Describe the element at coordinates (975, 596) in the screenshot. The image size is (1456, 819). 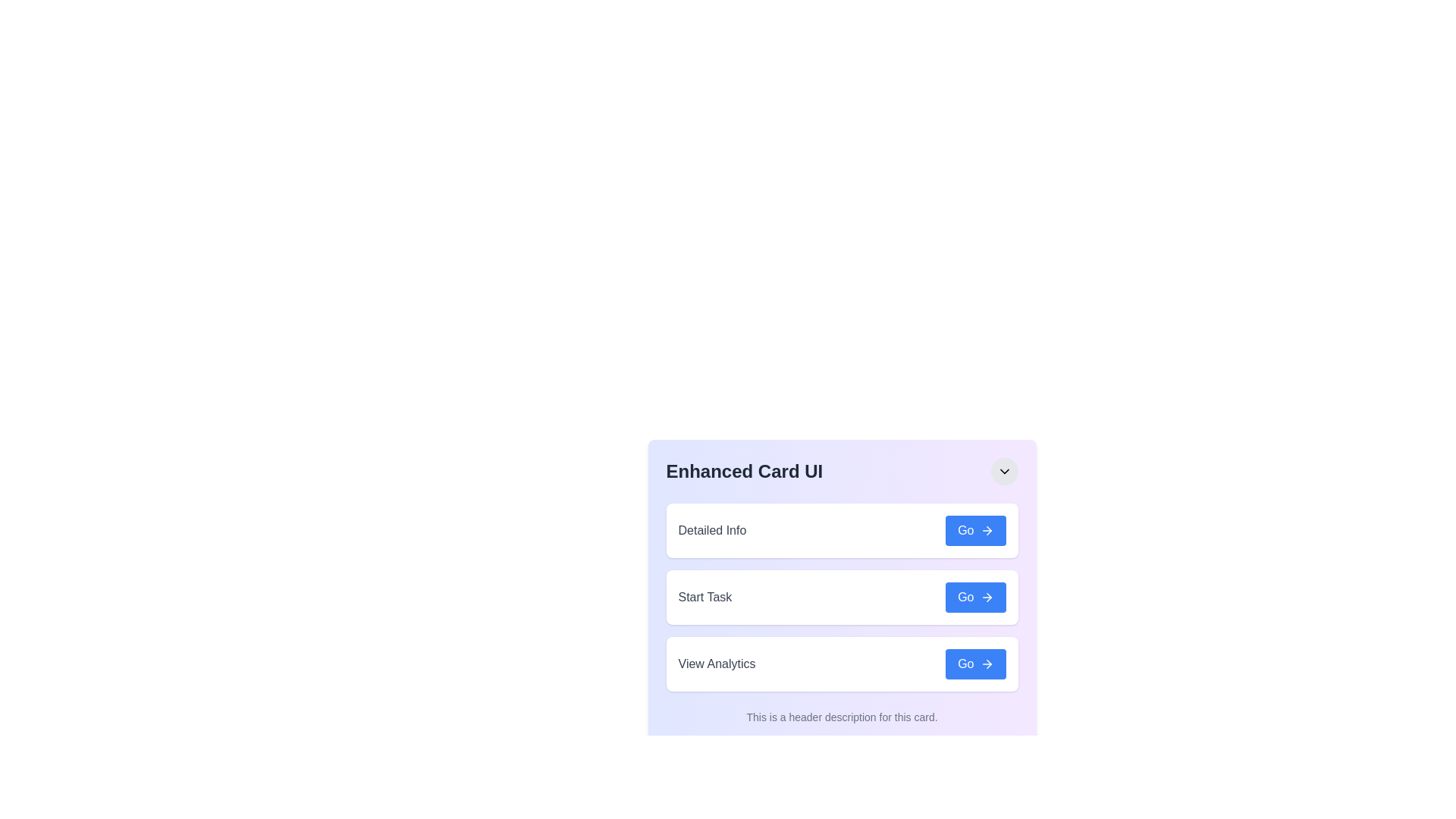
I see `the 'Go' button with a blue background and white text located in the bottom-right corner of the 'Start Task' row to observe its hover effects` at that location.